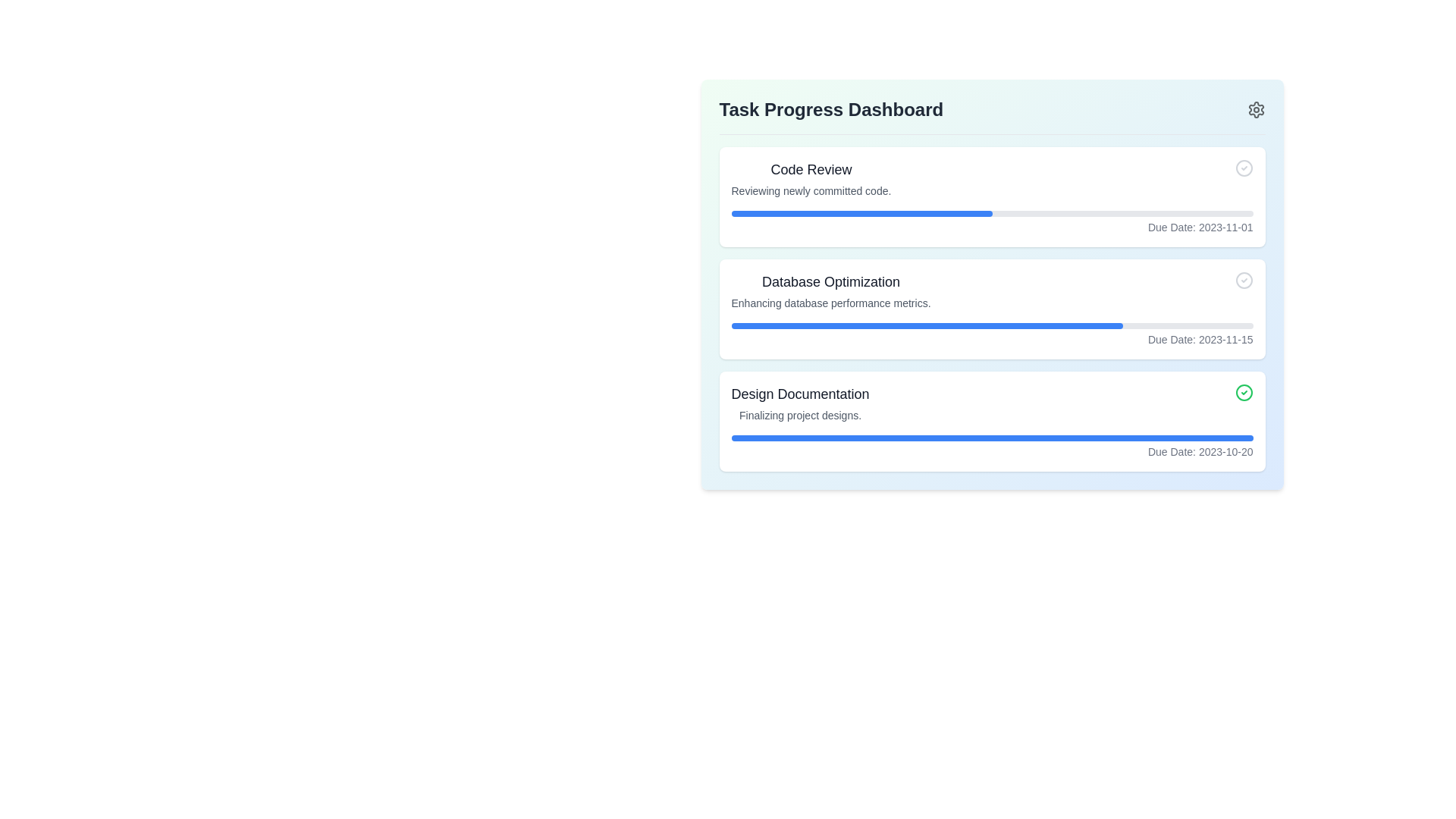  I want to click on the gear-shaped settings icon located at the upper-right corner of the 'Task Progress Dashboard', so click(1256, 109).